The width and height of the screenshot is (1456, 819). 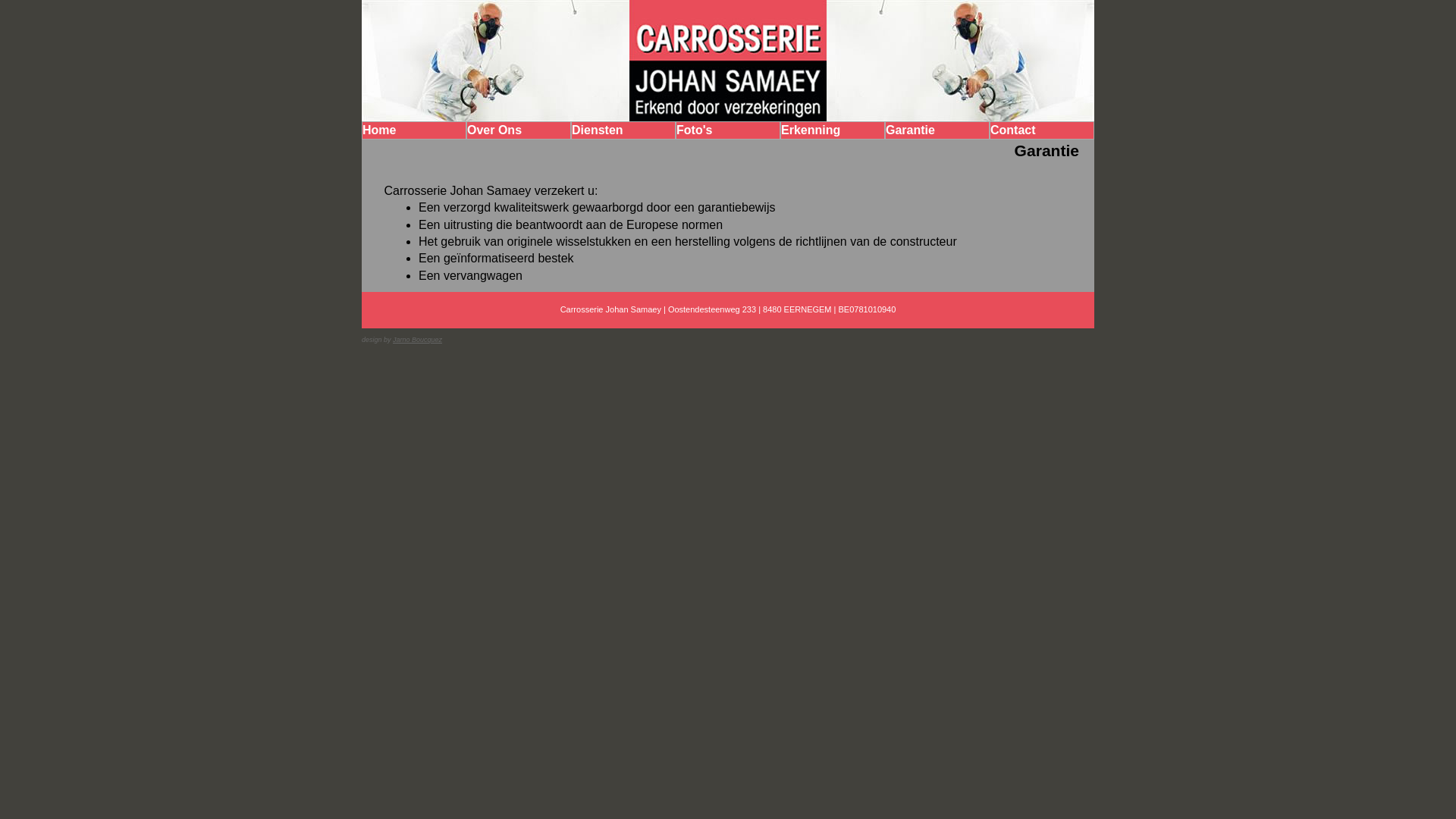 What do you see at coordinates (1040, 130) in the screenshot?
I see `'Contact'` at bounding box center [1040, 130].